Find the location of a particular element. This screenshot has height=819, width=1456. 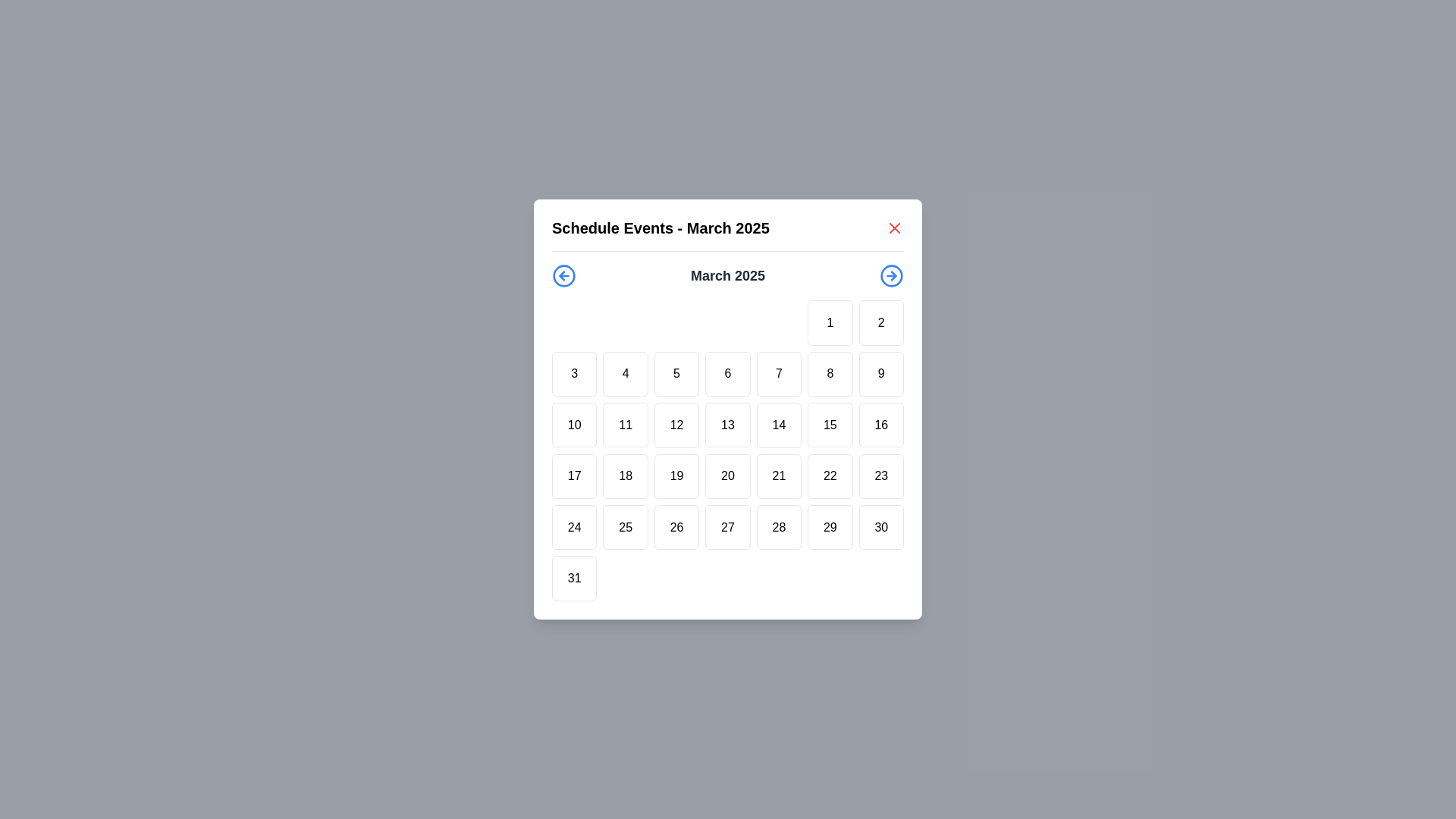

the circular right arrow icon button rendered in blue, which is located to the right of the text 'March 2025' in the header area is located at coordinates (892, 275).